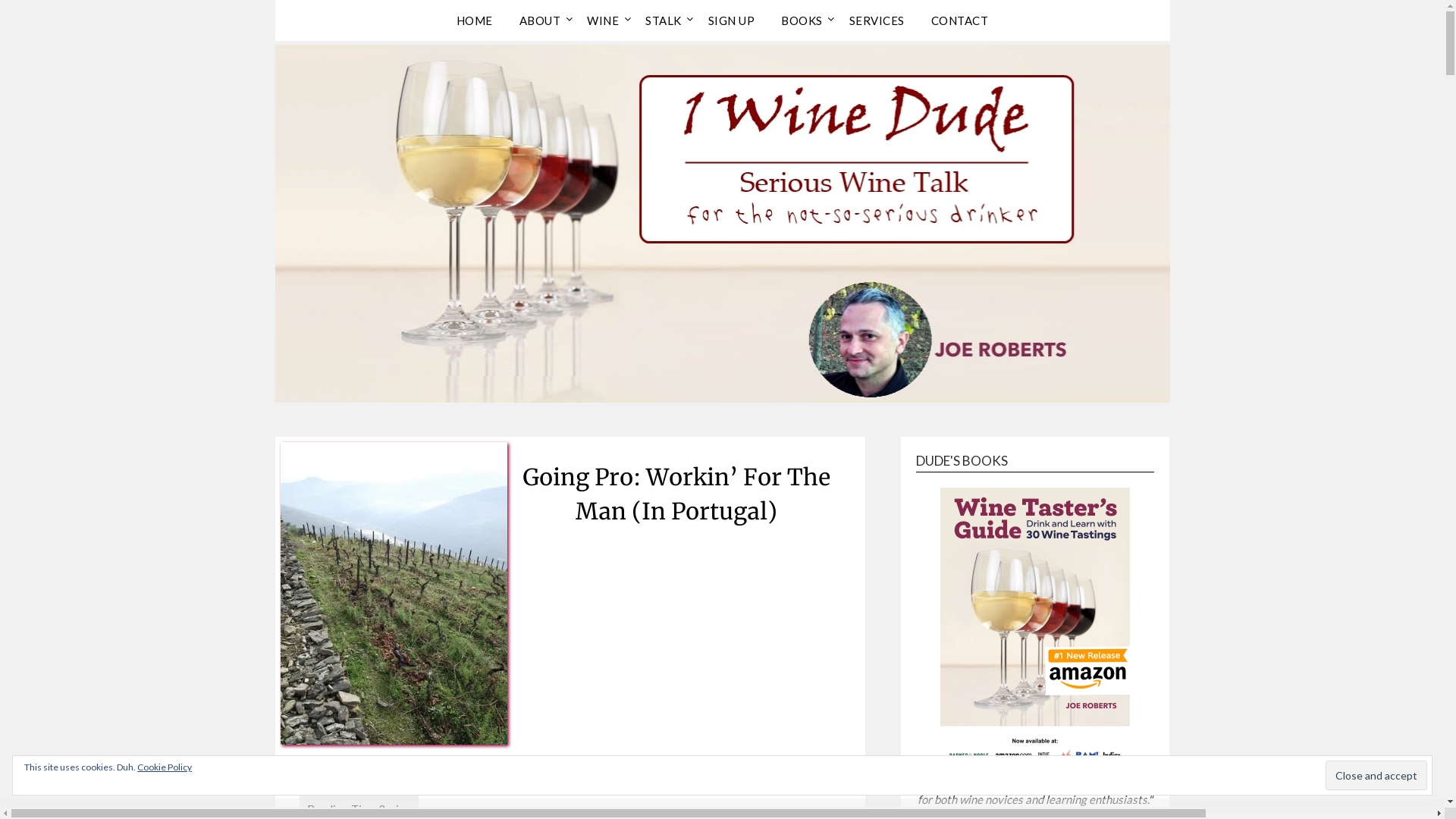  What do you see at coordinates (383, 52) in the screenshot?
I see `'1 Wine Dude'` at bounding box center [383, 52].